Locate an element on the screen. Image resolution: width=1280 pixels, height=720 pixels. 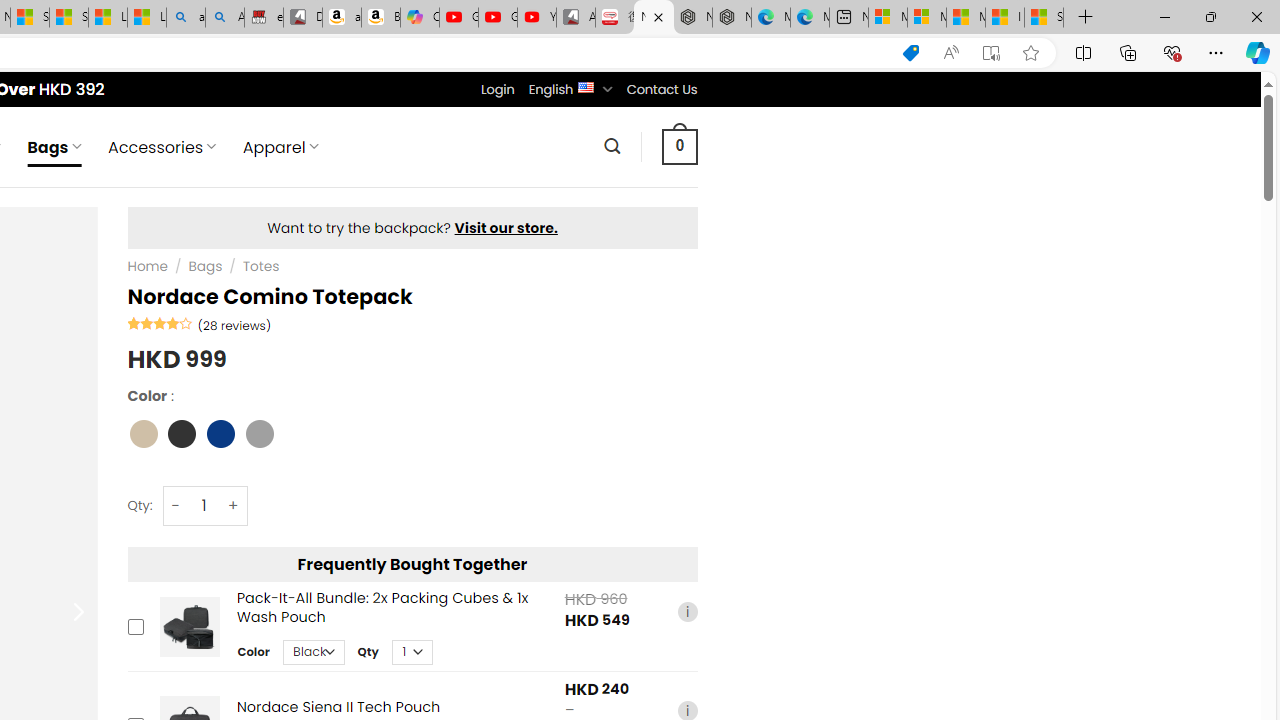
'Nordace Comino Totepack quantity' is located at coordinates (204, 504).